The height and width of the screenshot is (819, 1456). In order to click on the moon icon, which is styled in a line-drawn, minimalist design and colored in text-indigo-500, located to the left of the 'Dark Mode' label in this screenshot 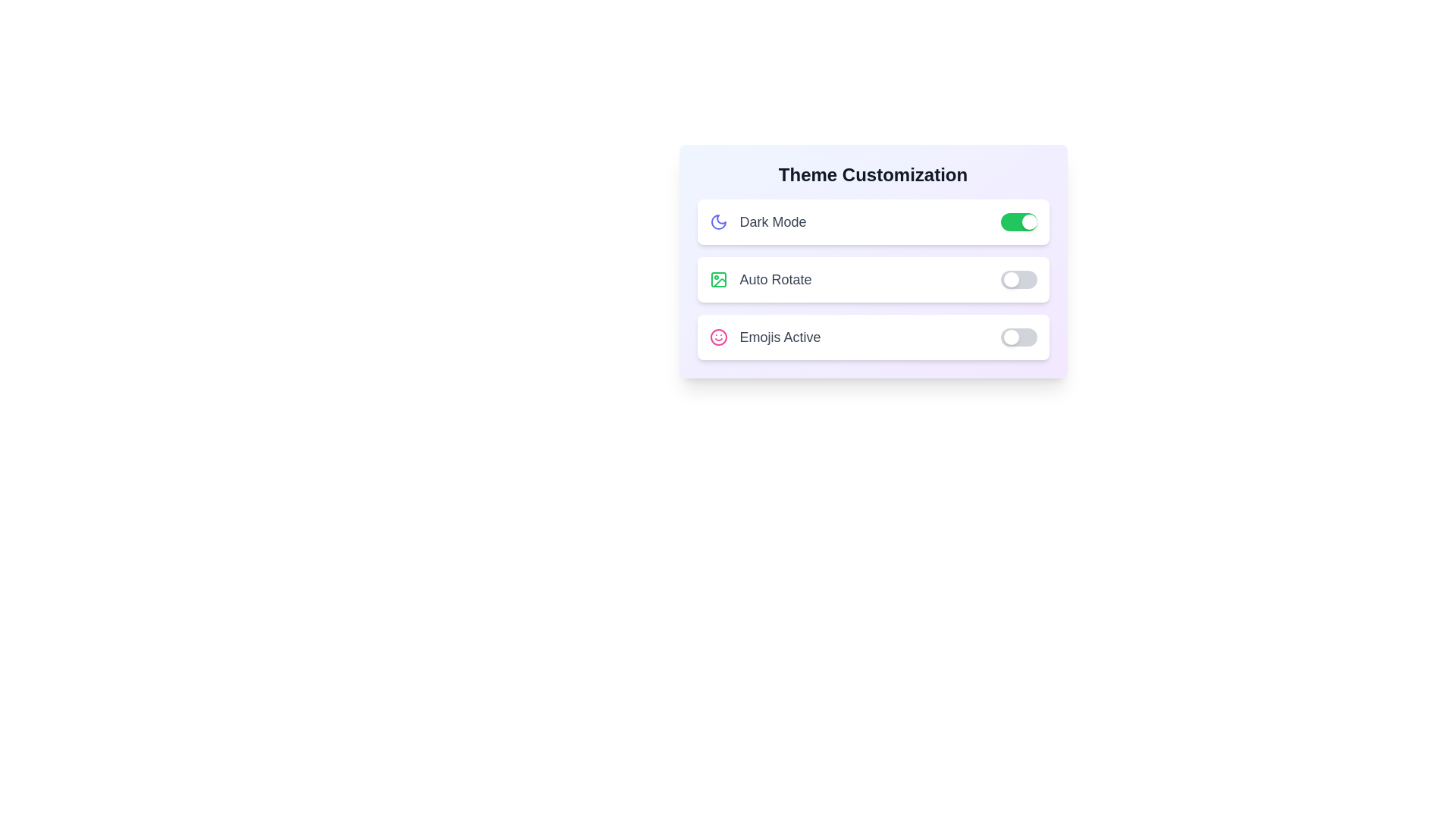, I will do `click(717, 222)`.